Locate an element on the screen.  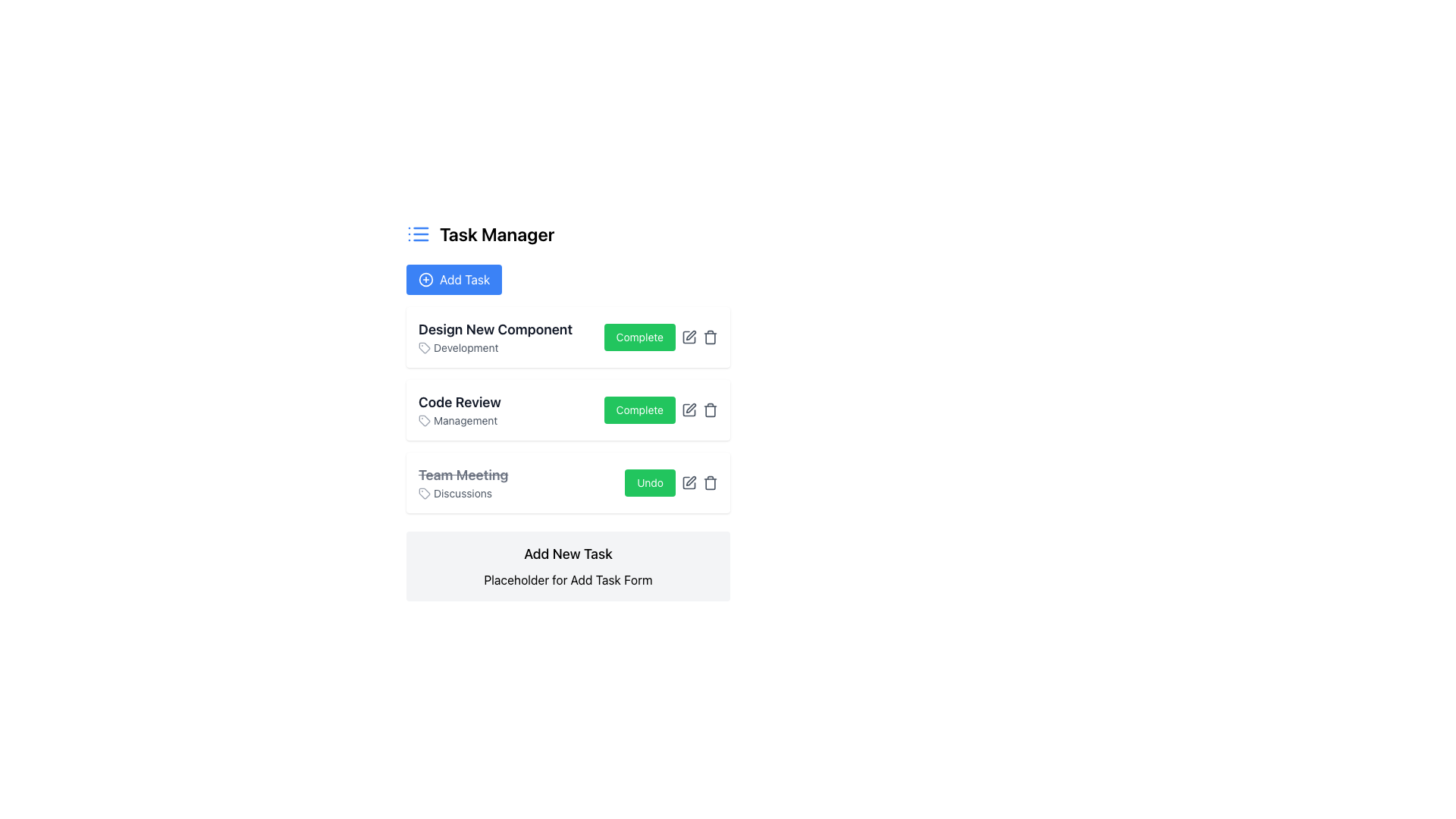
the 'Development' tag icon located at the leftmost side of the label within the 'Design New Component' task entry is located at coordinates (425, 348).